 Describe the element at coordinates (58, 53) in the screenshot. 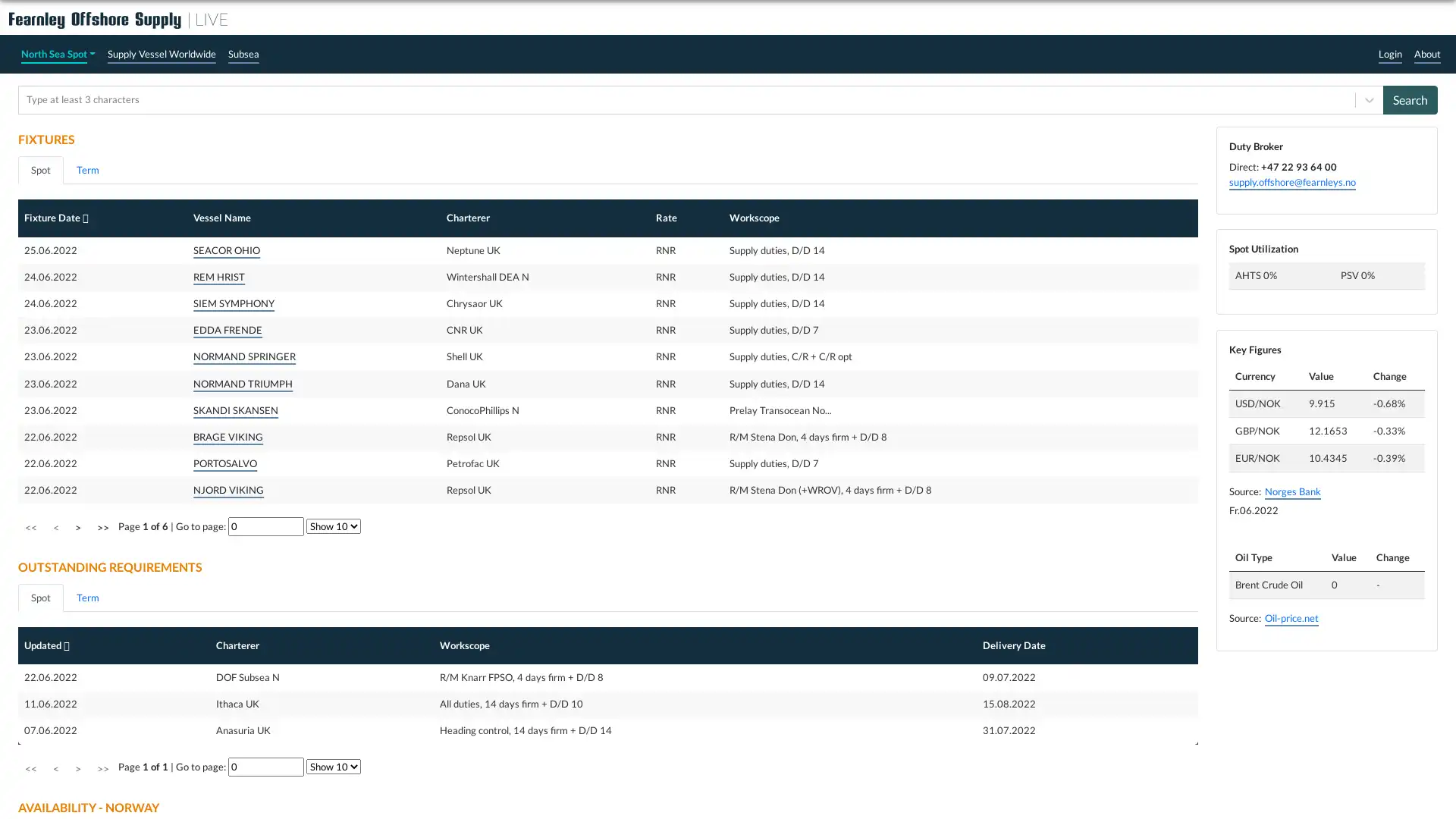

I see `North Sea Spot` at that location.